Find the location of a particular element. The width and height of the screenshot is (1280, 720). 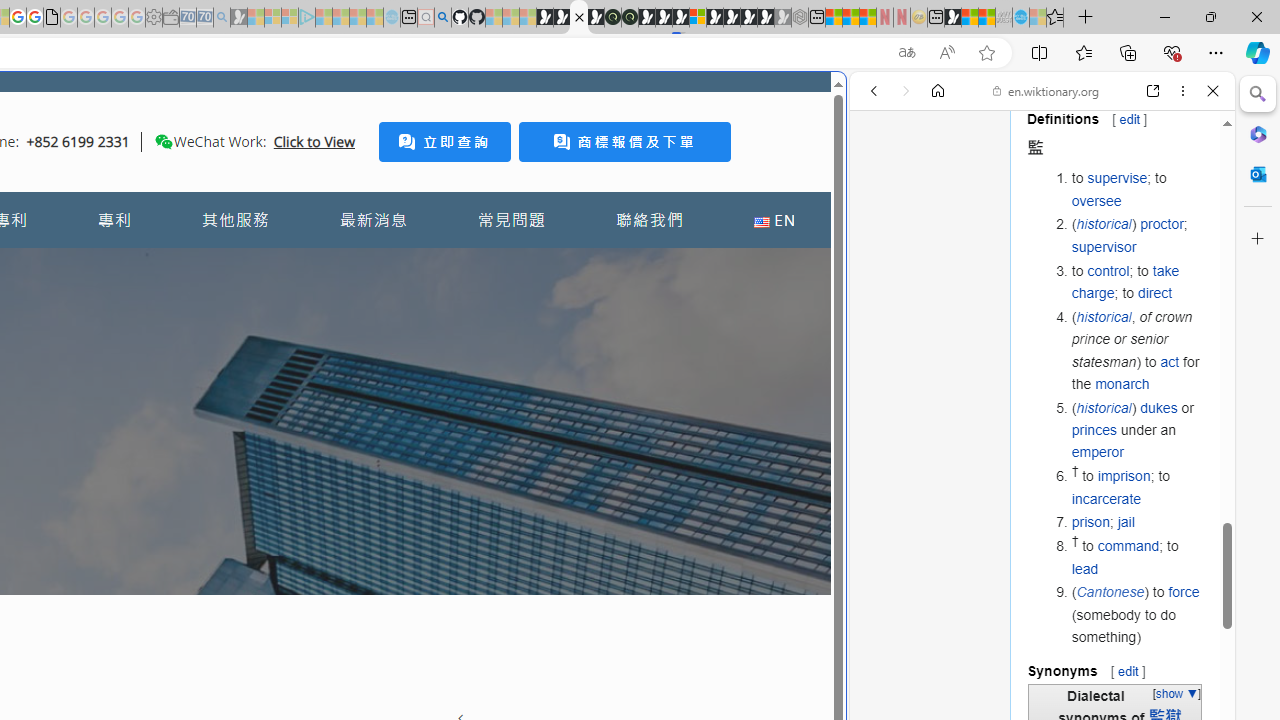

'proctor' is located at coordinates (1162, 224).